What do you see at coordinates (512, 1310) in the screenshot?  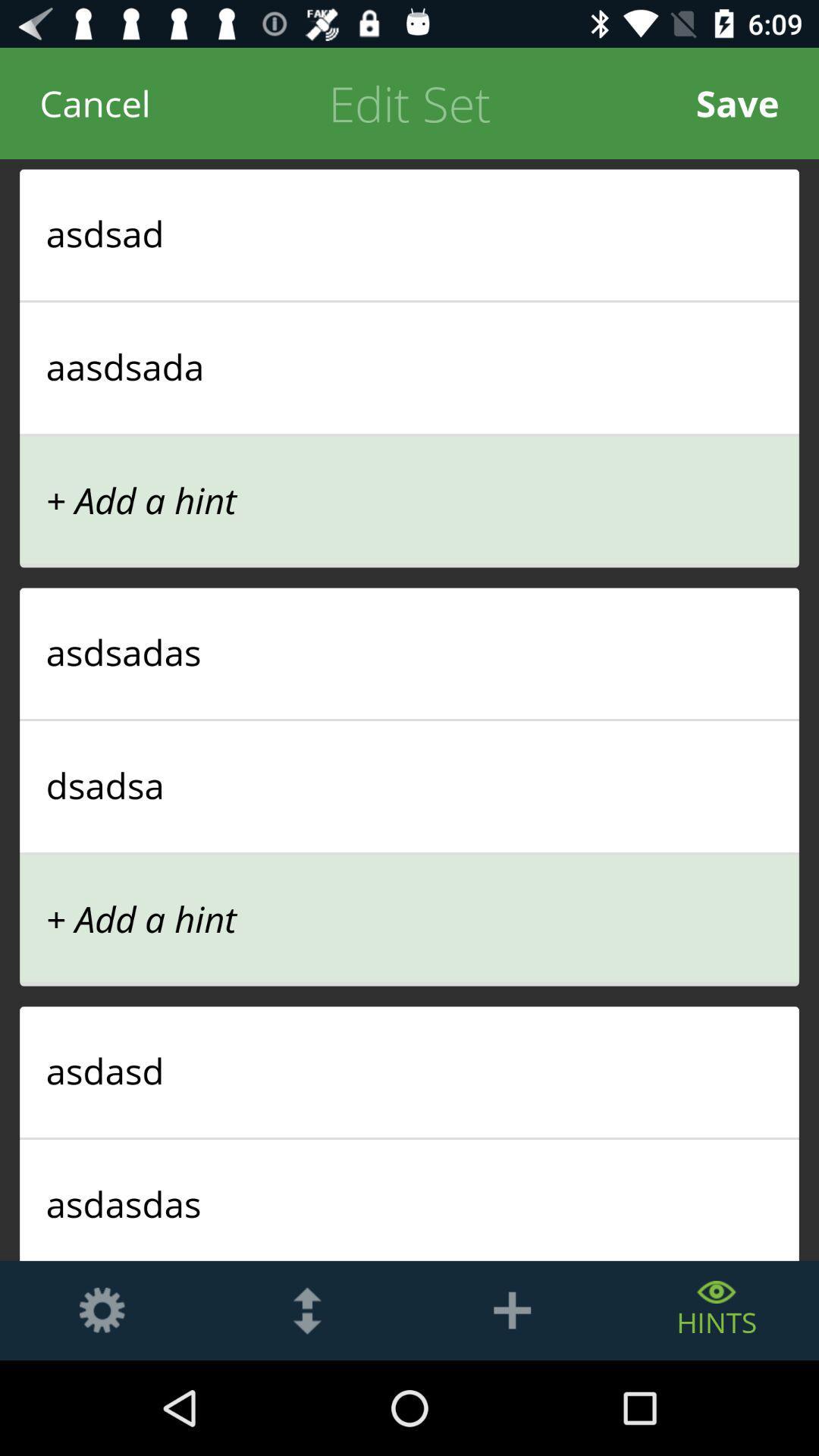 I see `the add icon` at bounding box center [512, 1310].